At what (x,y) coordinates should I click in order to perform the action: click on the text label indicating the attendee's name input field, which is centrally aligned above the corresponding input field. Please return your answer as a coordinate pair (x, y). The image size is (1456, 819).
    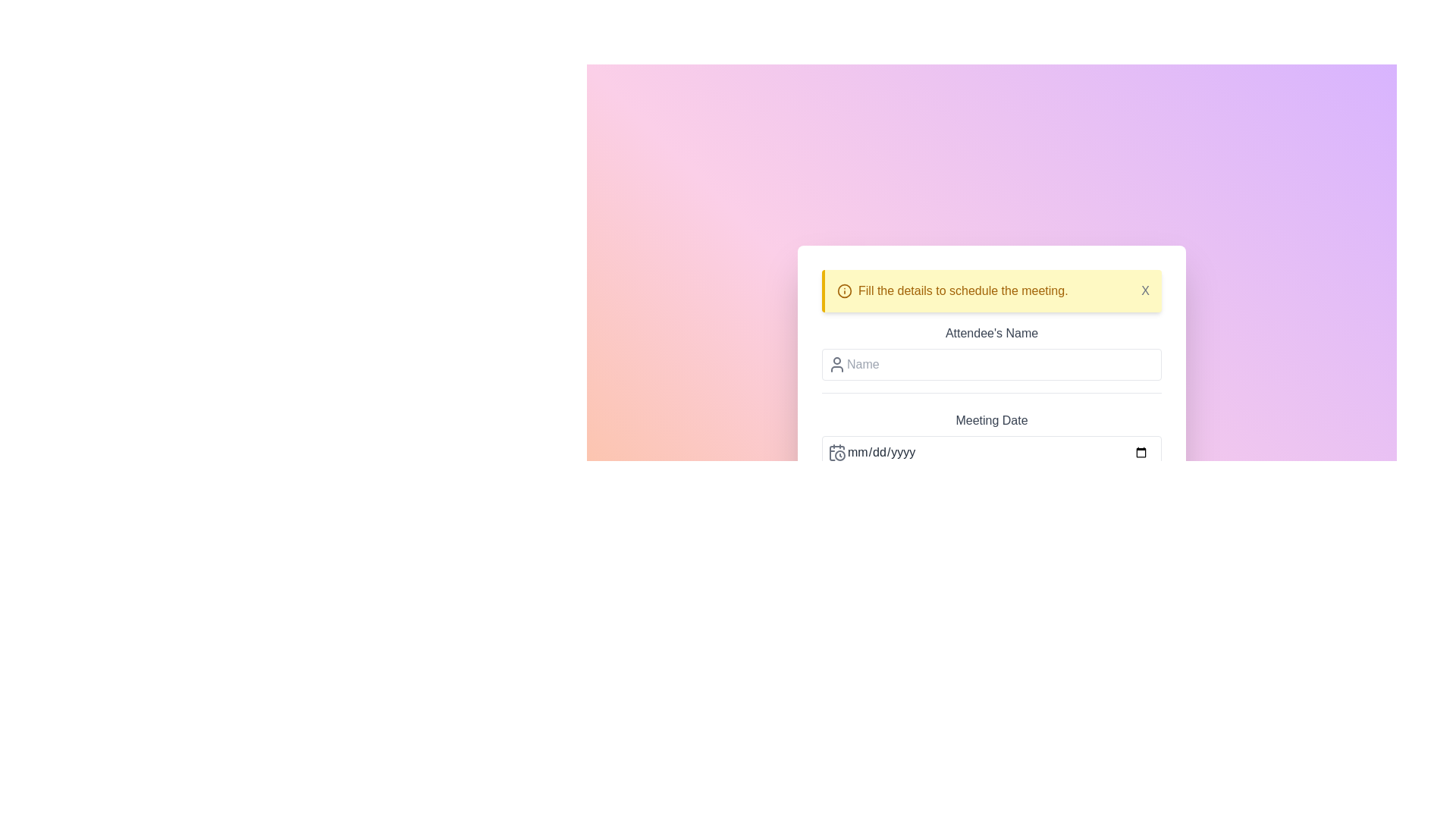
    Looking at the image, I should click on (991, 332).